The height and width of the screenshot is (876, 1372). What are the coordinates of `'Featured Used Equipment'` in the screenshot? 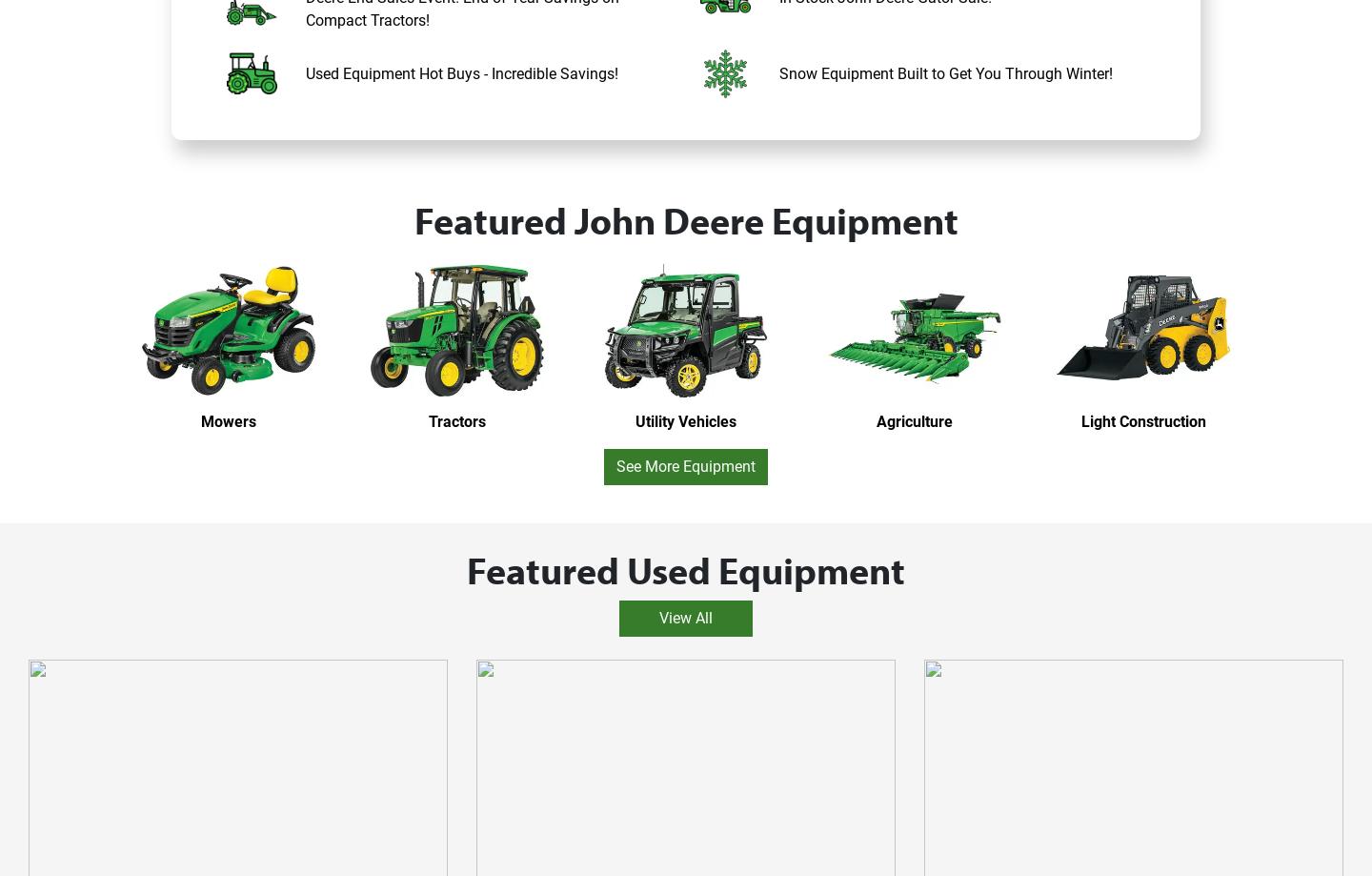 It's located at (466, 568).